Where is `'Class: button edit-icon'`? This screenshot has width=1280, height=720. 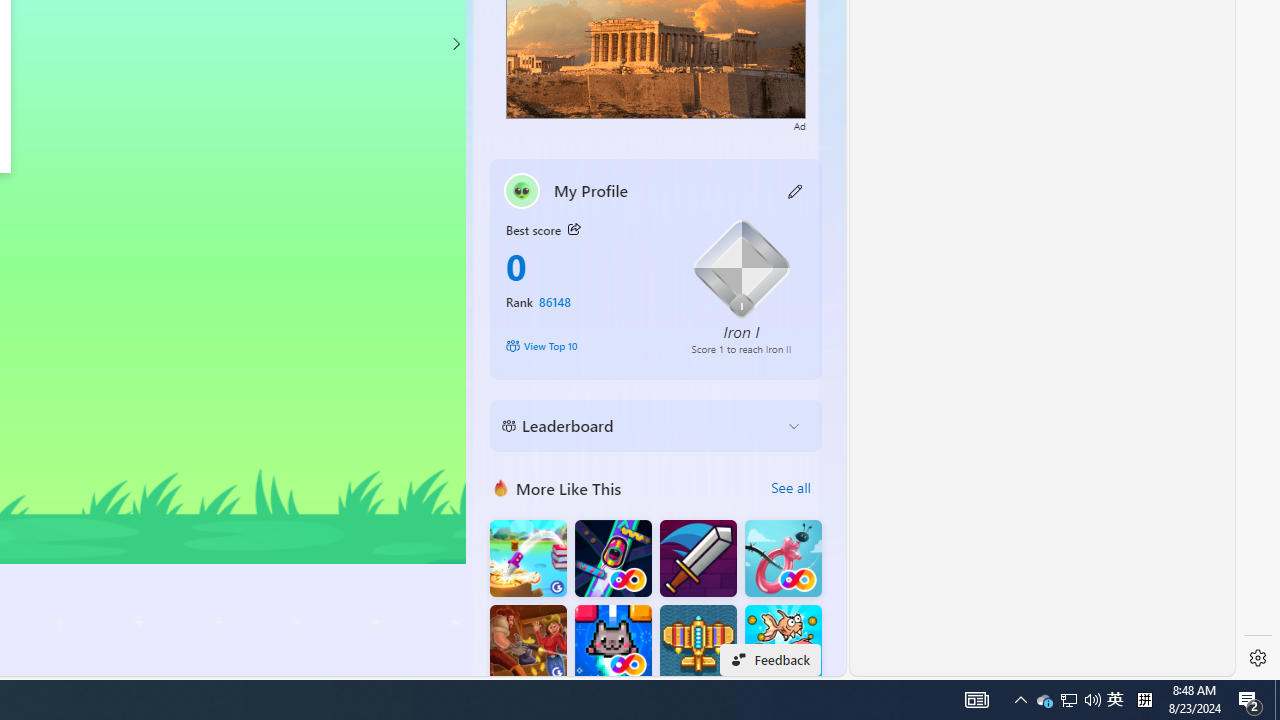
'Class: button edit-icon' is located at coordinates (795, 190).